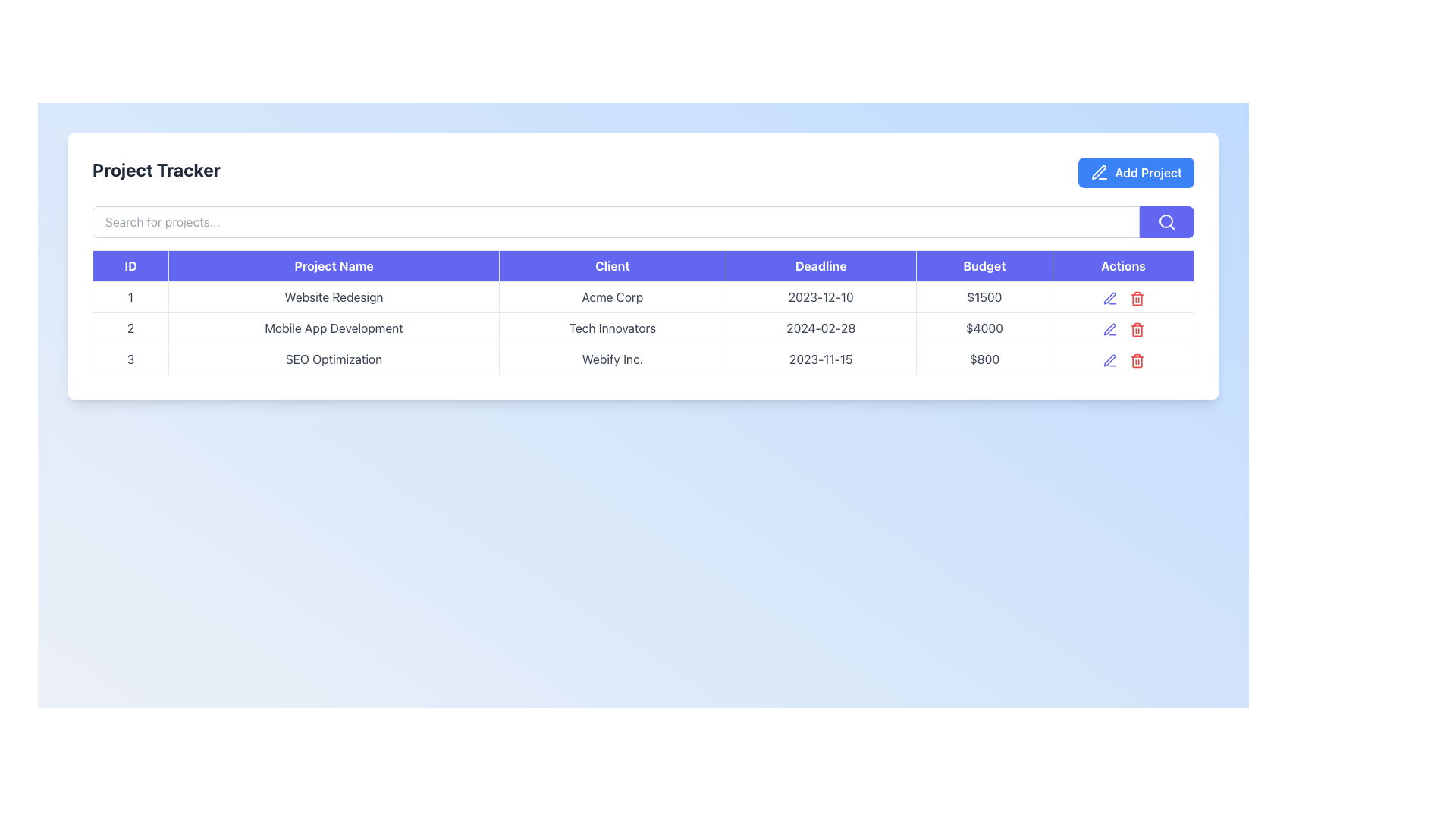 This screenshot has height=819, width=1456. I want to click on the text label displaying the number '1' which is located in the first column of the first row under the 'ID' header of a data table, so click(130, 297).